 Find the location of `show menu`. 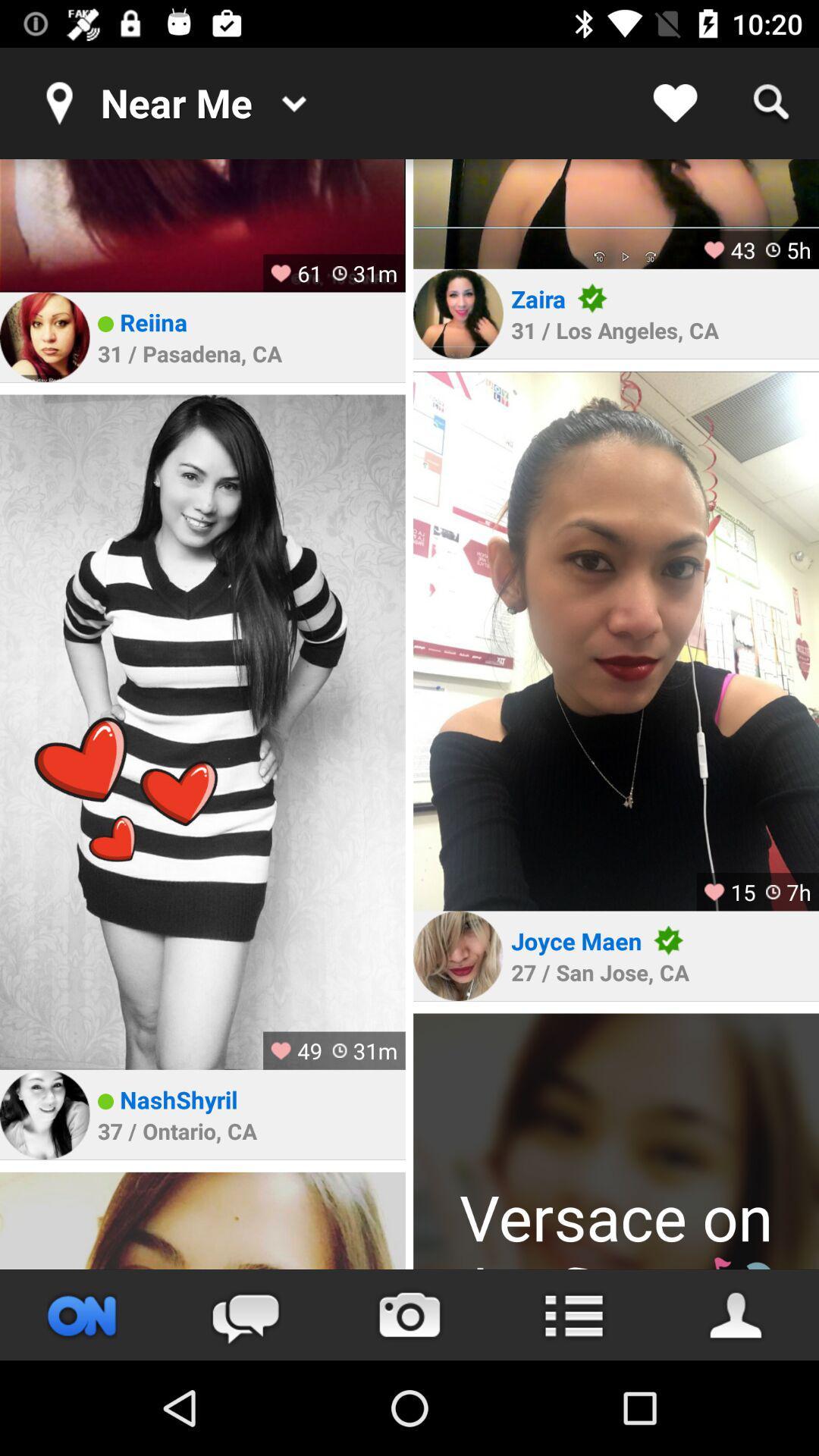

show menu is located at coordinates (573, 1314).